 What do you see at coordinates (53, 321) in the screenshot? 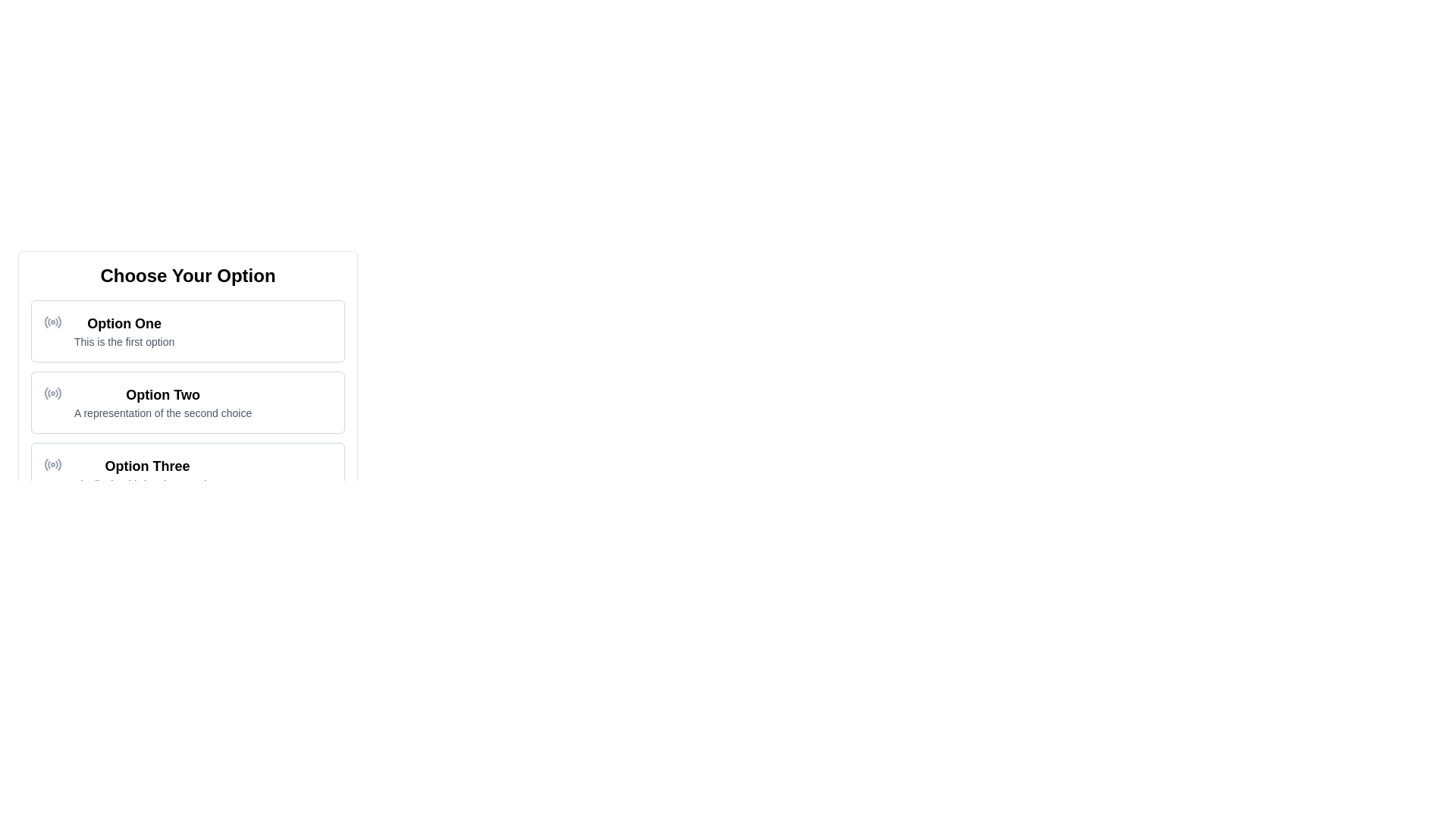
I see `the radio button icon located within the 'Option One' box, which is styled as a circular element with concentric circles and a central dot indicating selection` at bounding box center [53, 321].